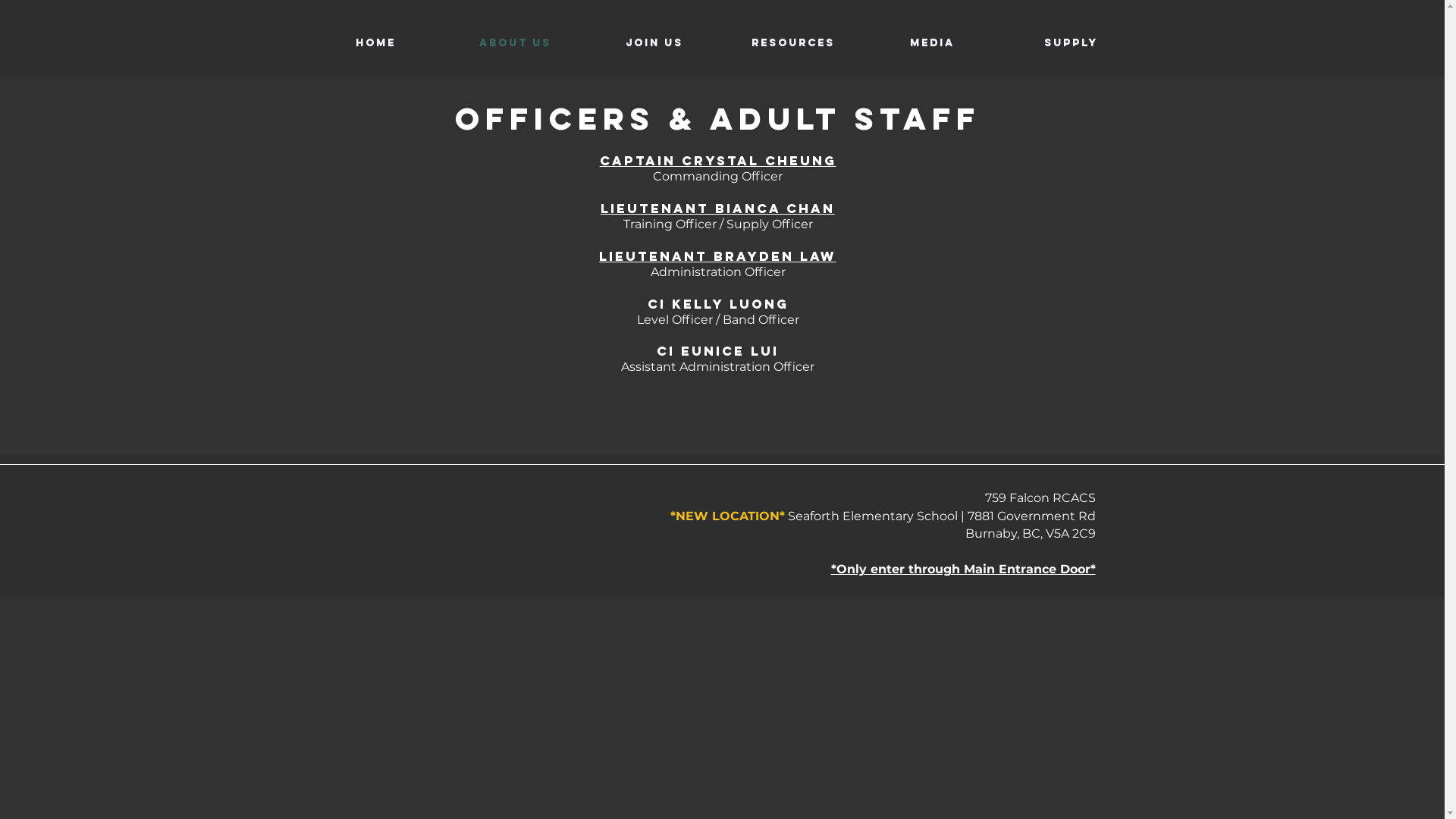 This screenshot has width=1456, height=819. Describe the element at coordinates (931, 42) in the screenshot. I see `'Media'` at that location.